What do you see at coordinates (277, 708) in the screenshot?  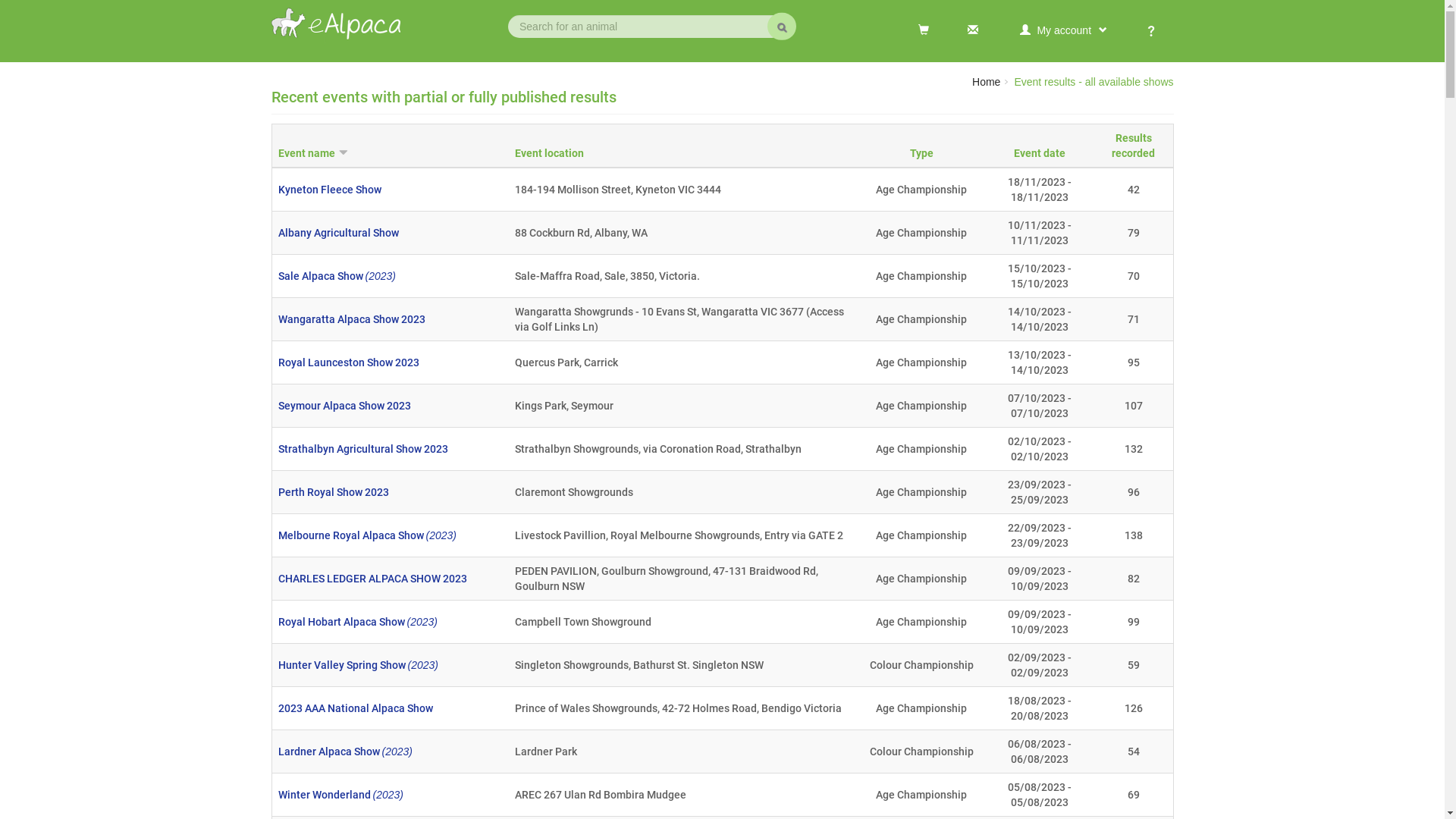 I see `'2023 AAA National Alpaca Show'` at bounding box center [277, 708].